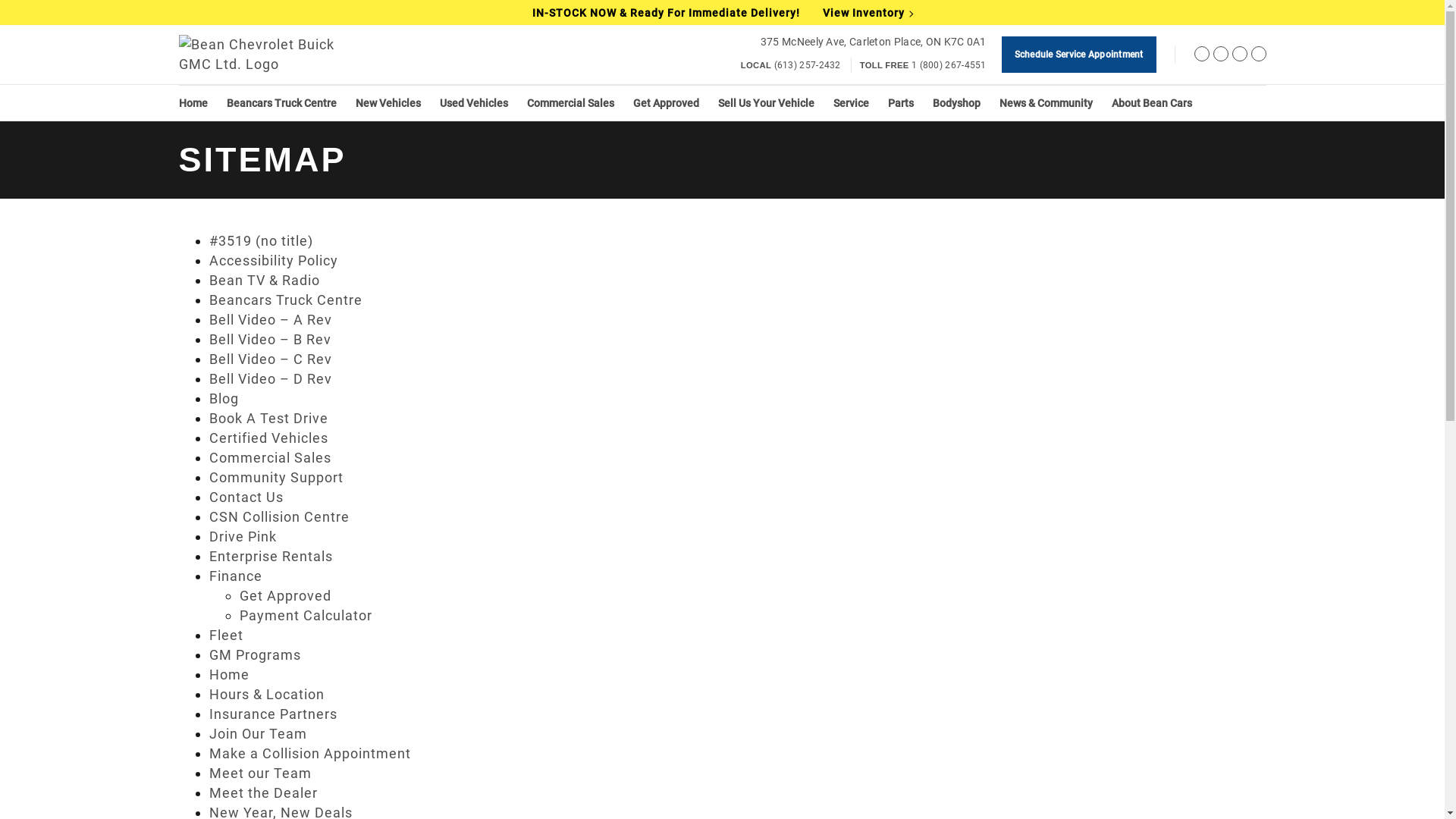 The image size is (1456, 819). What do you see at coordinates (246, 497) in the screenshot?
I see `'Contact Us'` at bounding box center [246, 497].